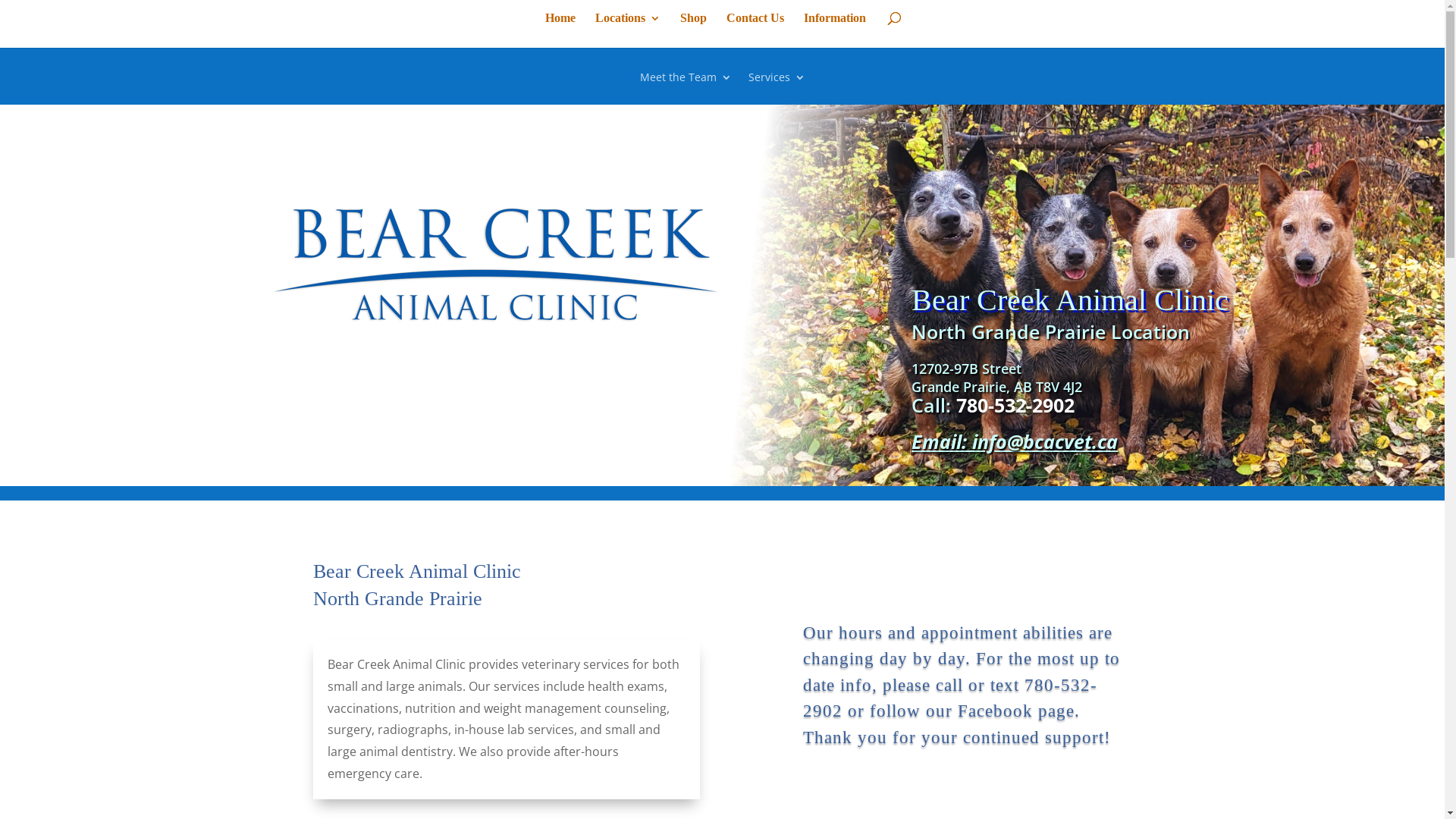 The width and height of the screenshot is (1456, 819). What do you see at coordinates (755, 30) in the screenshot?
I see `'Contact Us'` at bounding box center [755, 30].